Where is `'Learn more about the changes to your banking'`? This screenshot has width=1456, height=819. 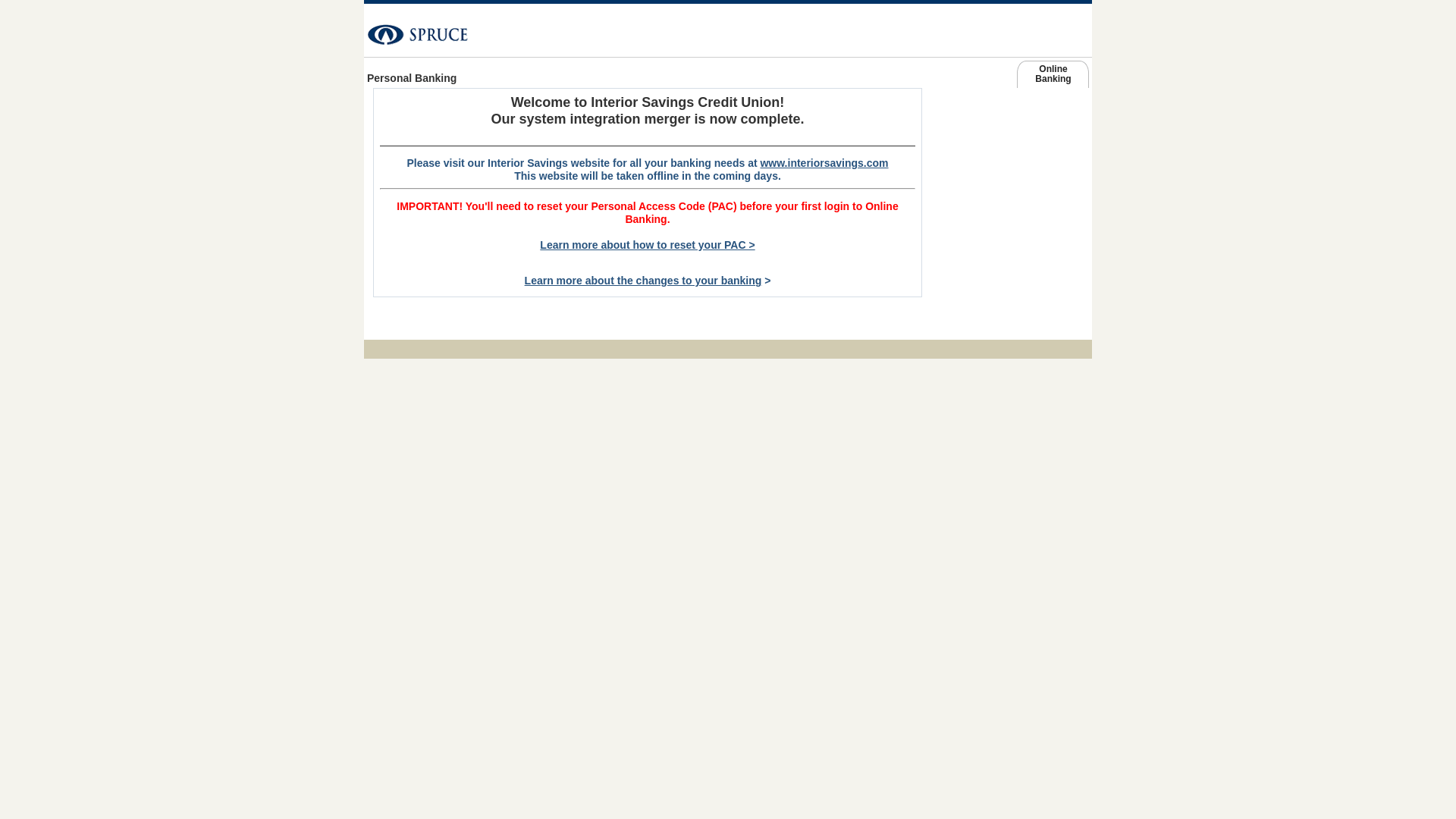
'Learn more about the changes to your banking' is located at coordinates (643, 281).